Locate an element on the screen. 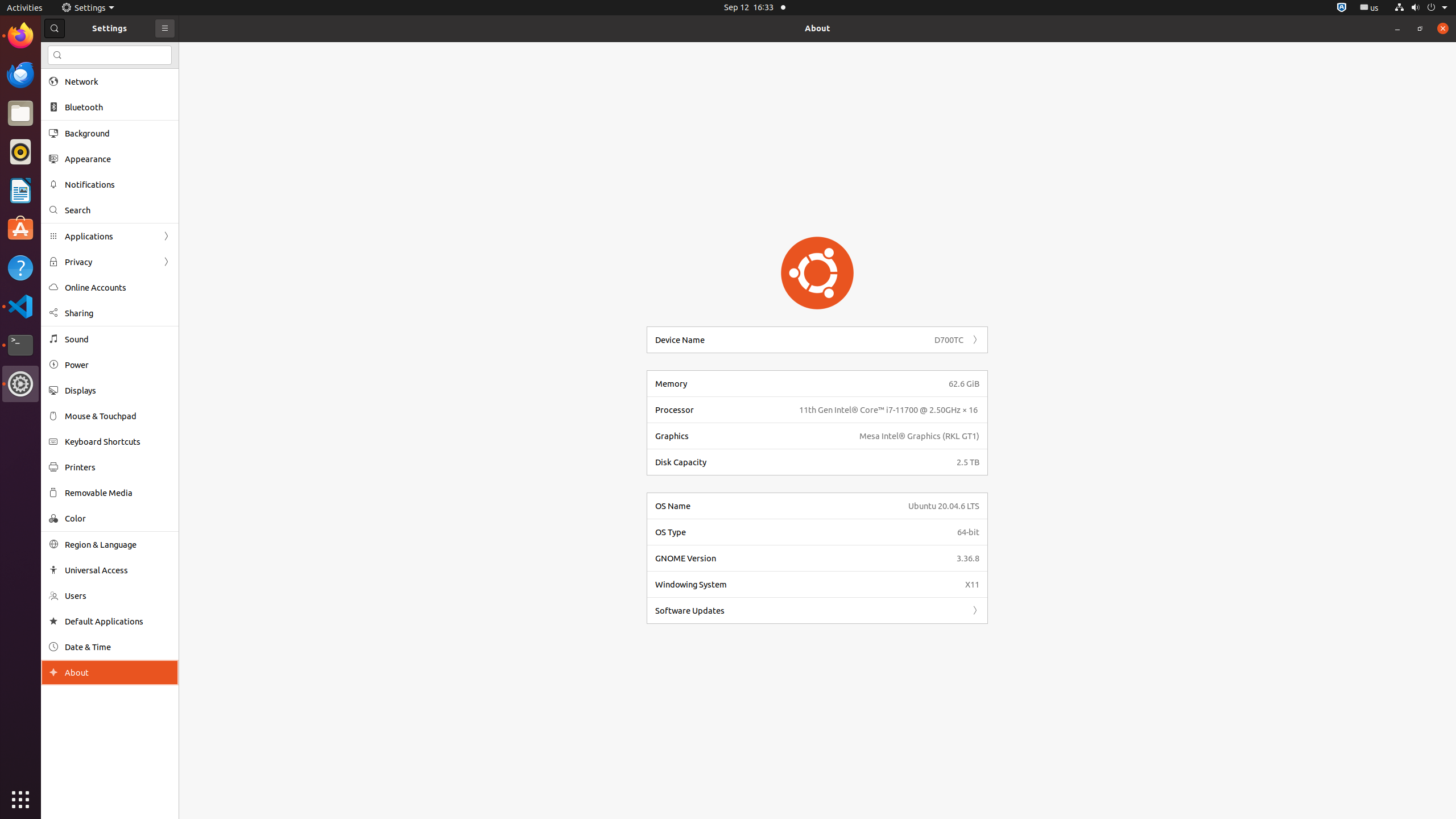 The width and height of the screenshot is (1456, 819). 'Color' is located at coordinates (118, 518).